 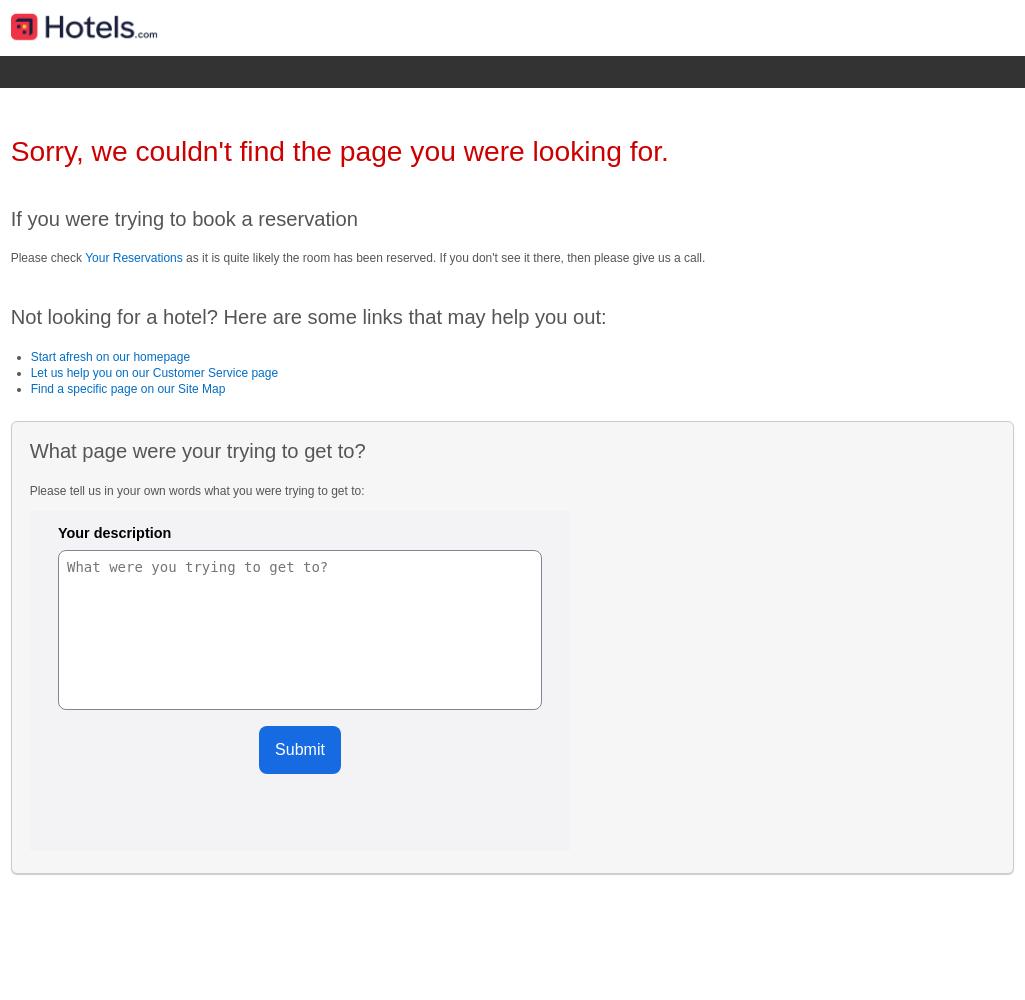 What do you see at coordinates (127, 389) in the screenshot?
I see `'Find a specific page on our Site Map'` at bounding box center [127, 389].